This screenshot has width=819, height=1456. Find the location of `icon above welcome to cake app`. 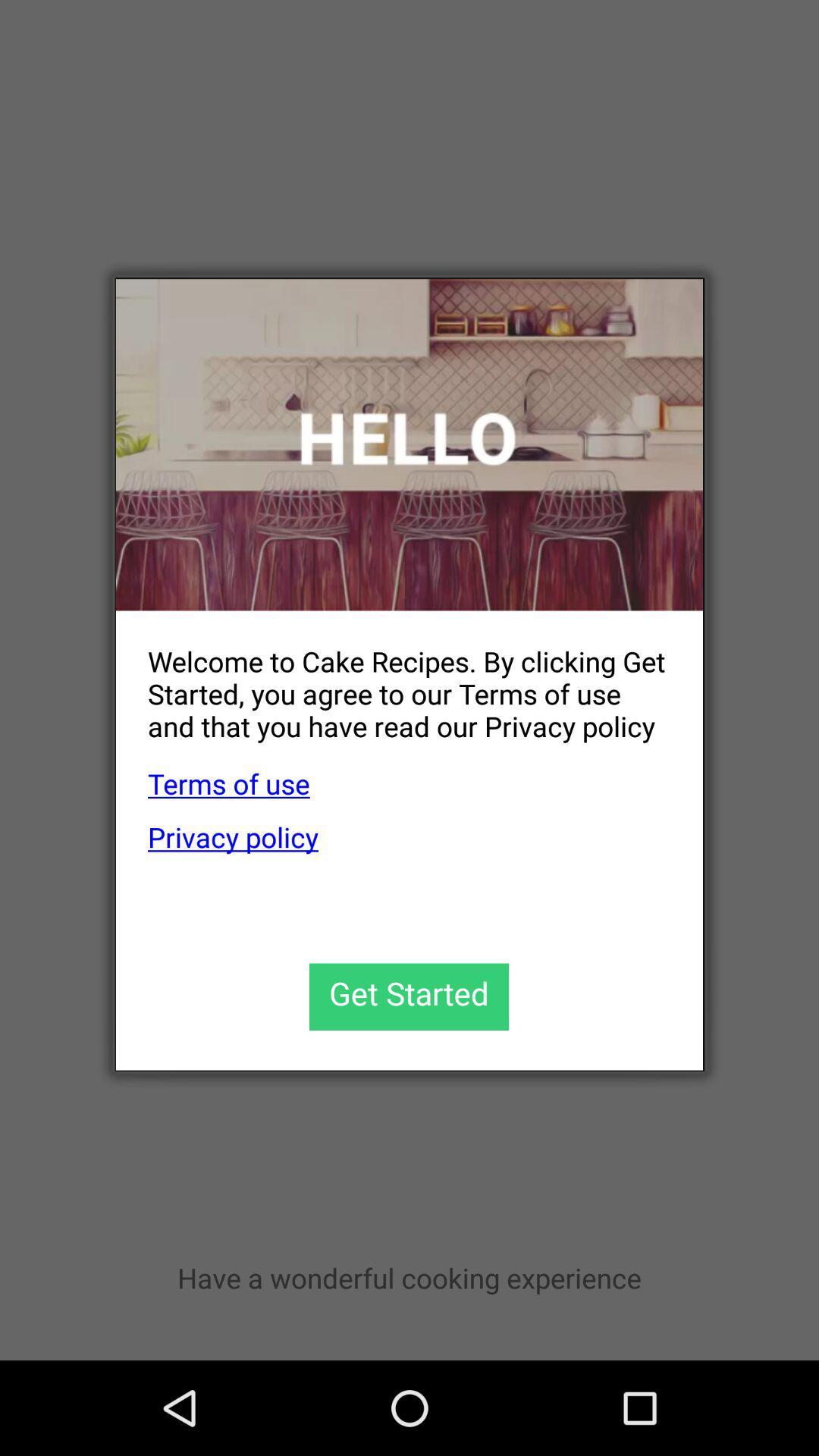

icon above welcome to cake app is located at coordinates (409, 444).